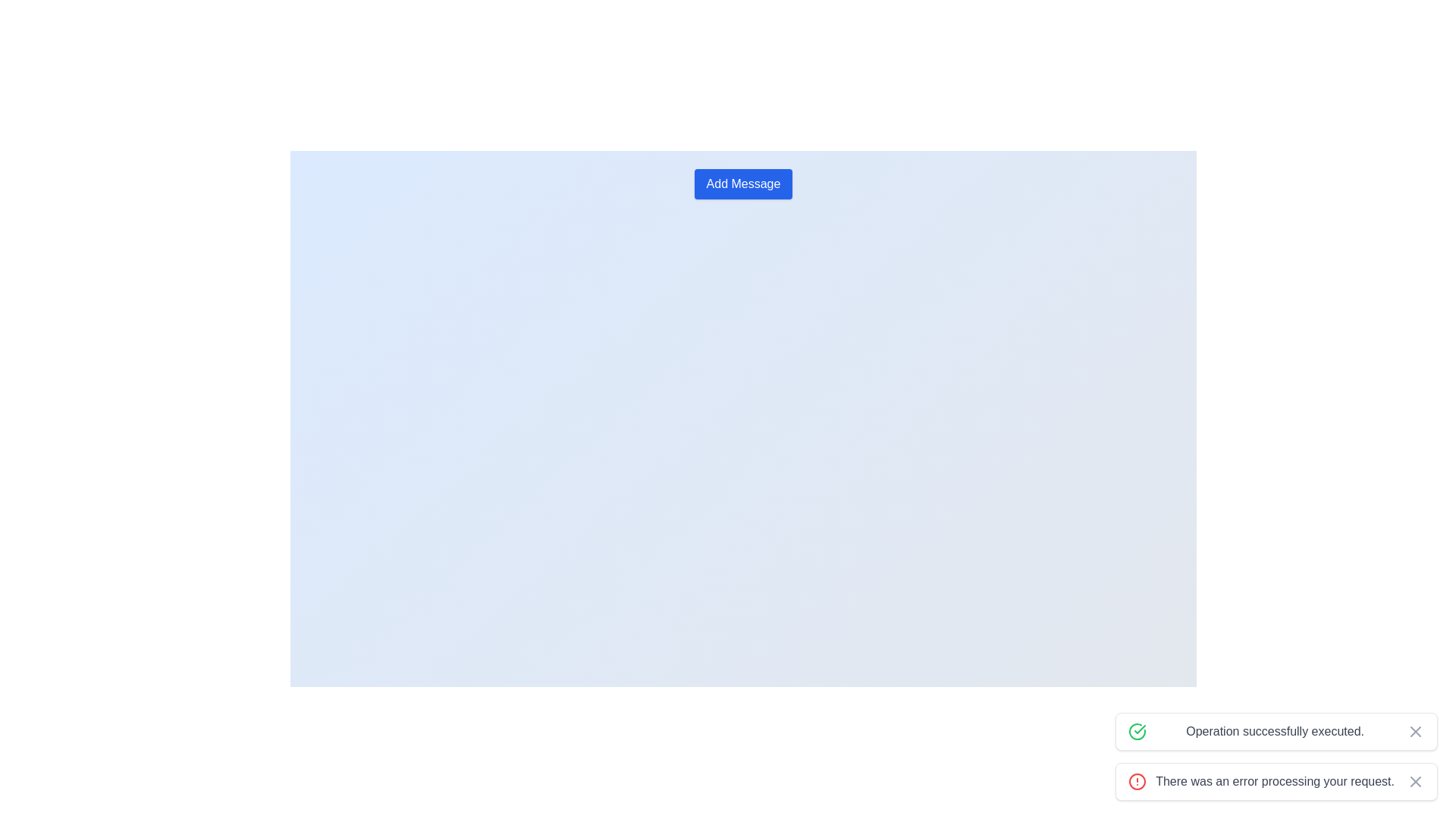  I want to click on the outer circular boundary of the checkmark icon, which is styled in green and located in the lower-right corner of the interface, so click(1137, 730).